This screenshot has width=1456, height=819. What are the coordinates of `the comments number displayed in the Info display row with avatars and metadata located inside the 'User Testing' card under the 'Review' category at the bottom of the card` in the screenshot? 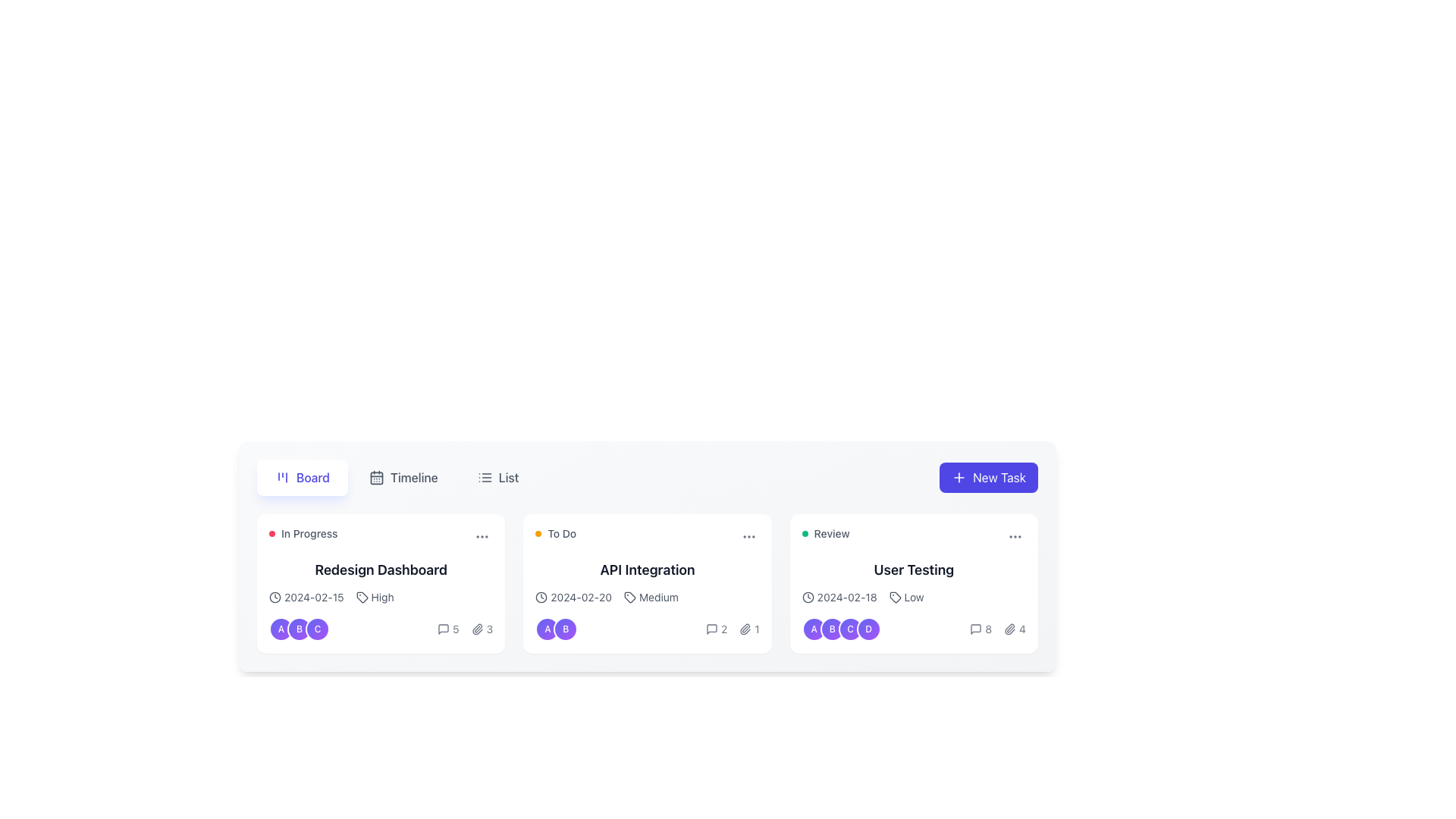 It's located at (913, 629).